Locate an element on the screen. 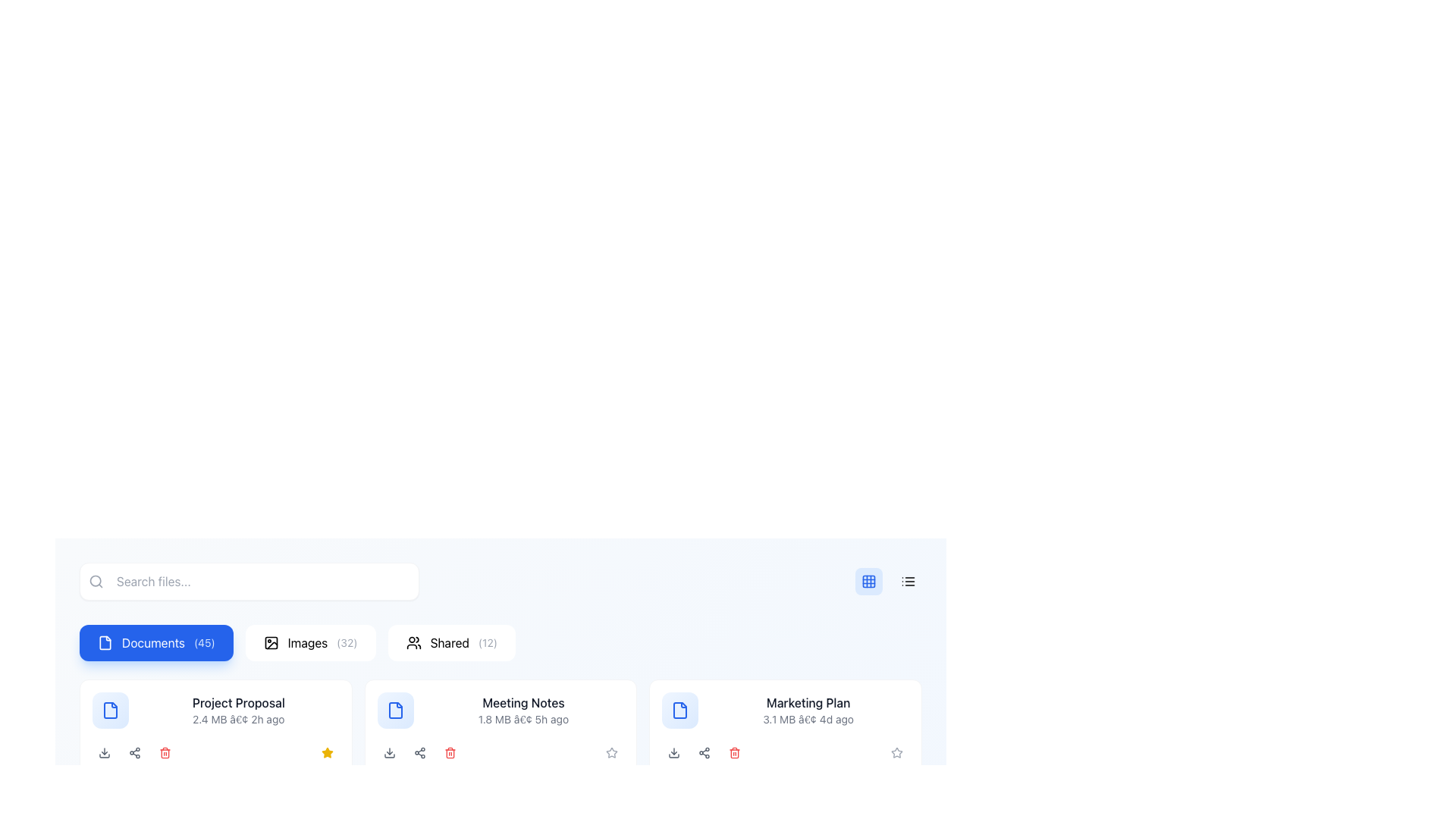 The height and width of the screenshot is (819, 1456). the red trash bin icon is located at coordinates (449, 752).